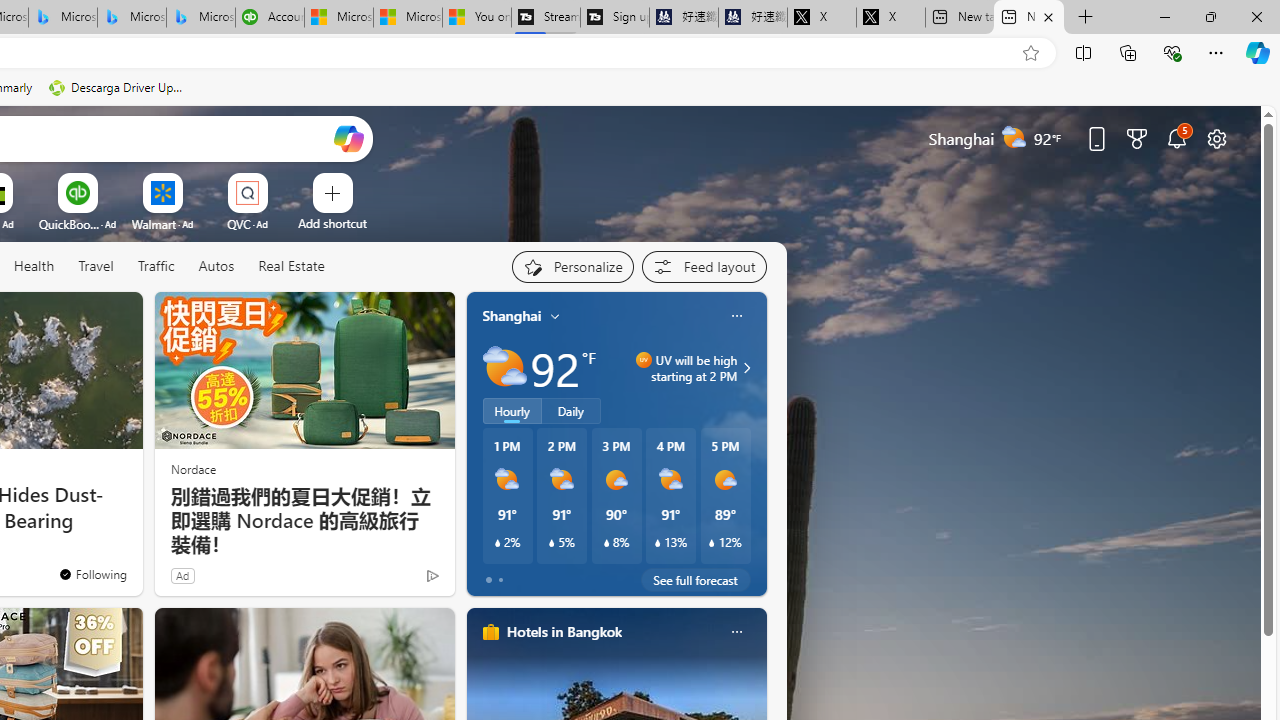 Image resolution: width=1280 pixels, height=720 pixels. I want to click on 'Microsoft Start Sports', so click(338, 17).